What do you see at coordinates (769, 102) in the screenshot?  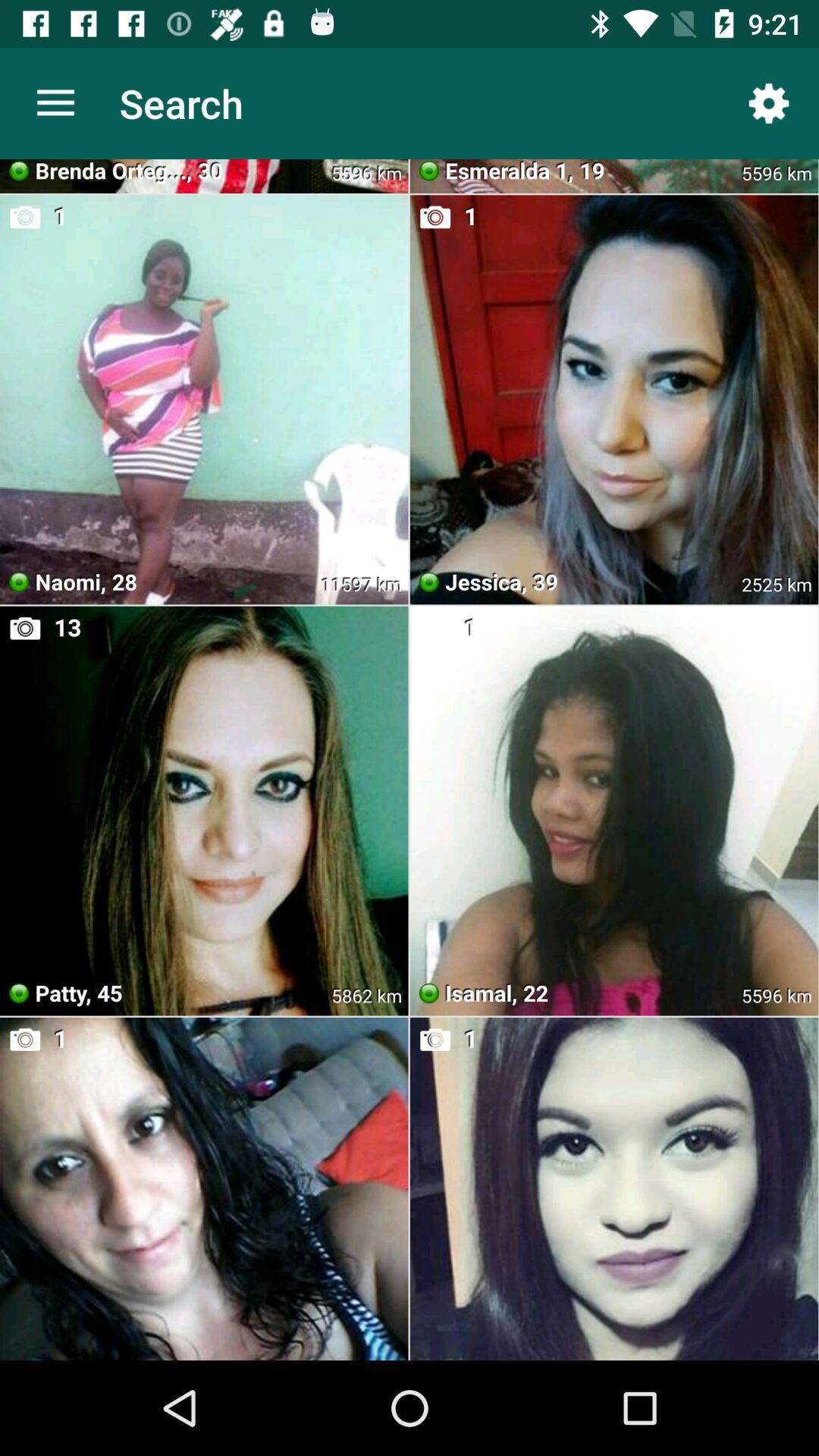 I see `the app next to search` at bounding box center [769, 102].